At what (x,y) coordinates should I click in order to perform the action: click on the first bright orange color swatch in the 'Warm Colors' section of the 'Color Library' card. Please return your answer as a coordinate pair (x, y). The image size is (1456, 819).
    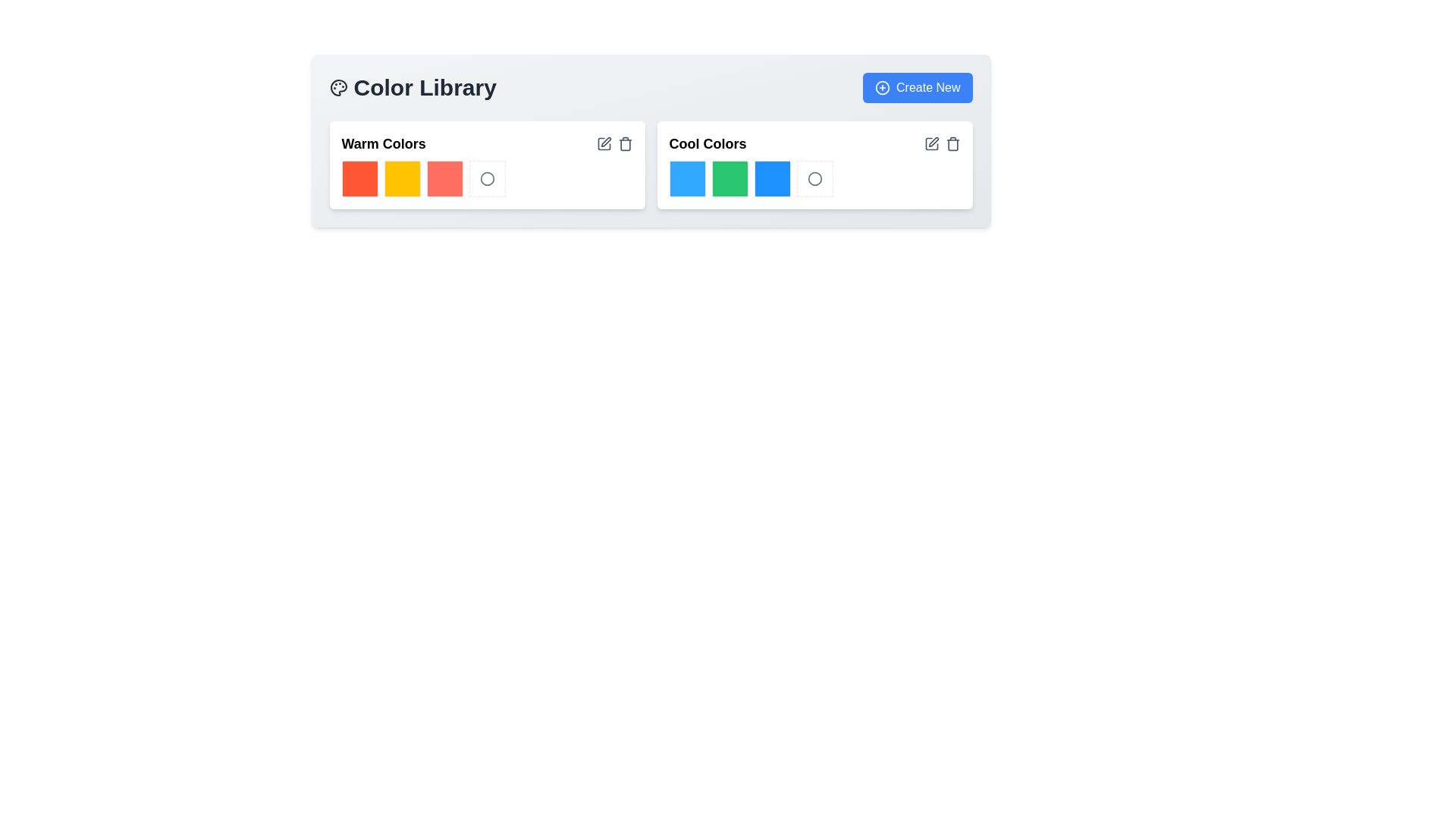
    Looking at the image, I should click on (359, 177).